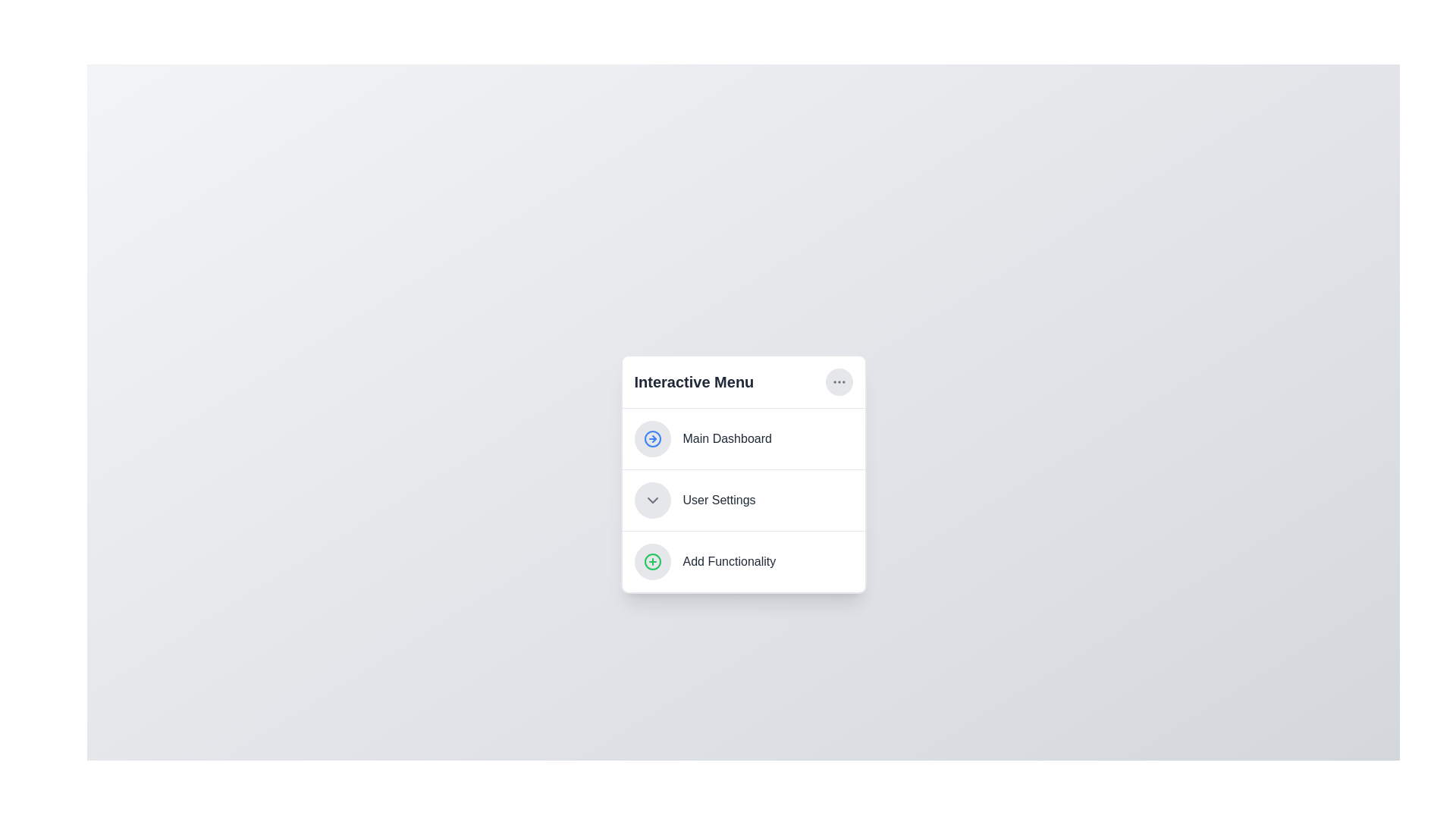 This screenshot has width=1456, height=819. What do you see at coordinates (743, 438) in the screenshot?
I see `the menu item corresponding to Main Dashboard` at bounding box center [743, 438].